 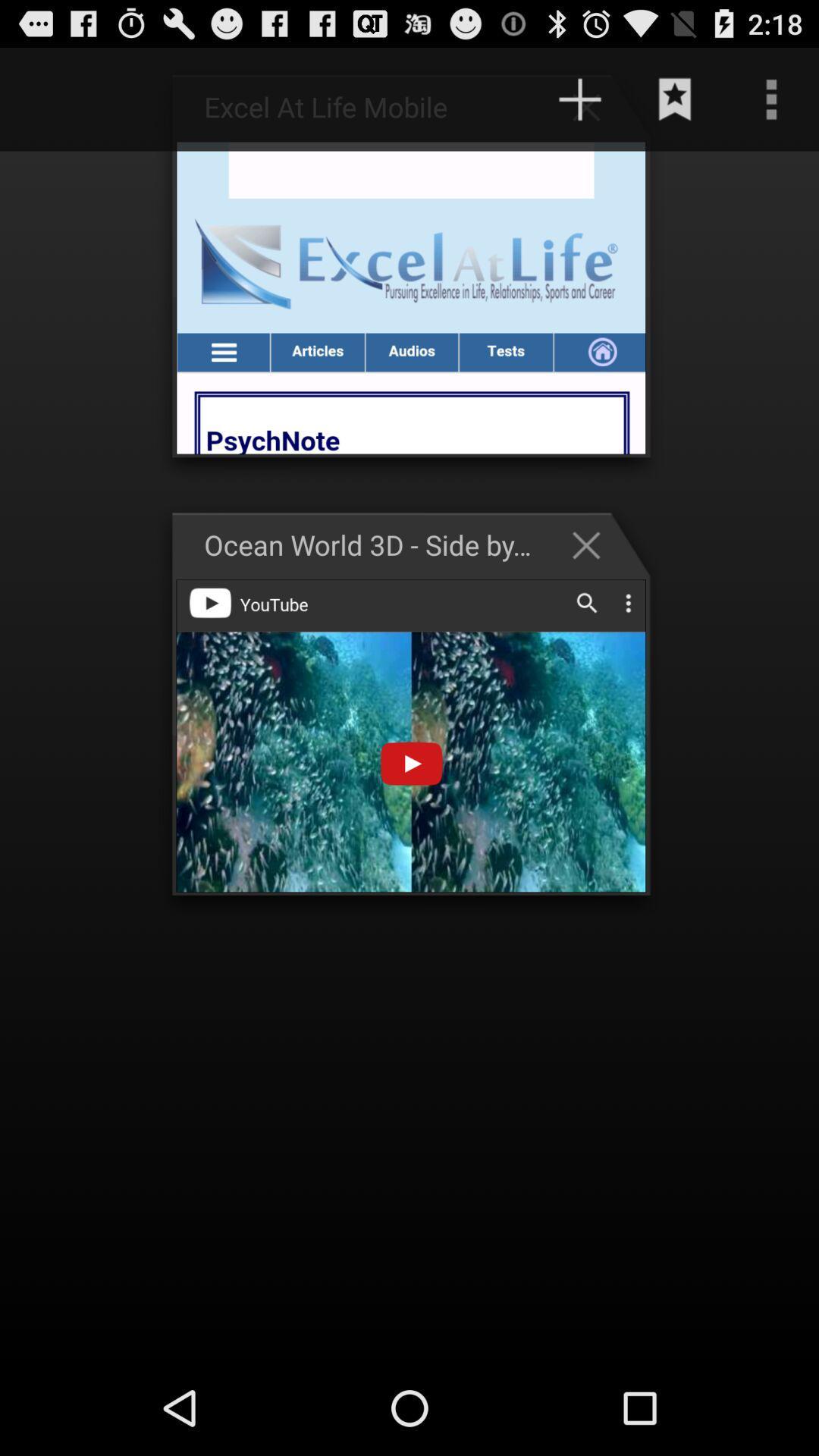 What do you see at coordinates (593, 582) in the screenshot?
I see `the close icon` at bounding box center [593, 582].